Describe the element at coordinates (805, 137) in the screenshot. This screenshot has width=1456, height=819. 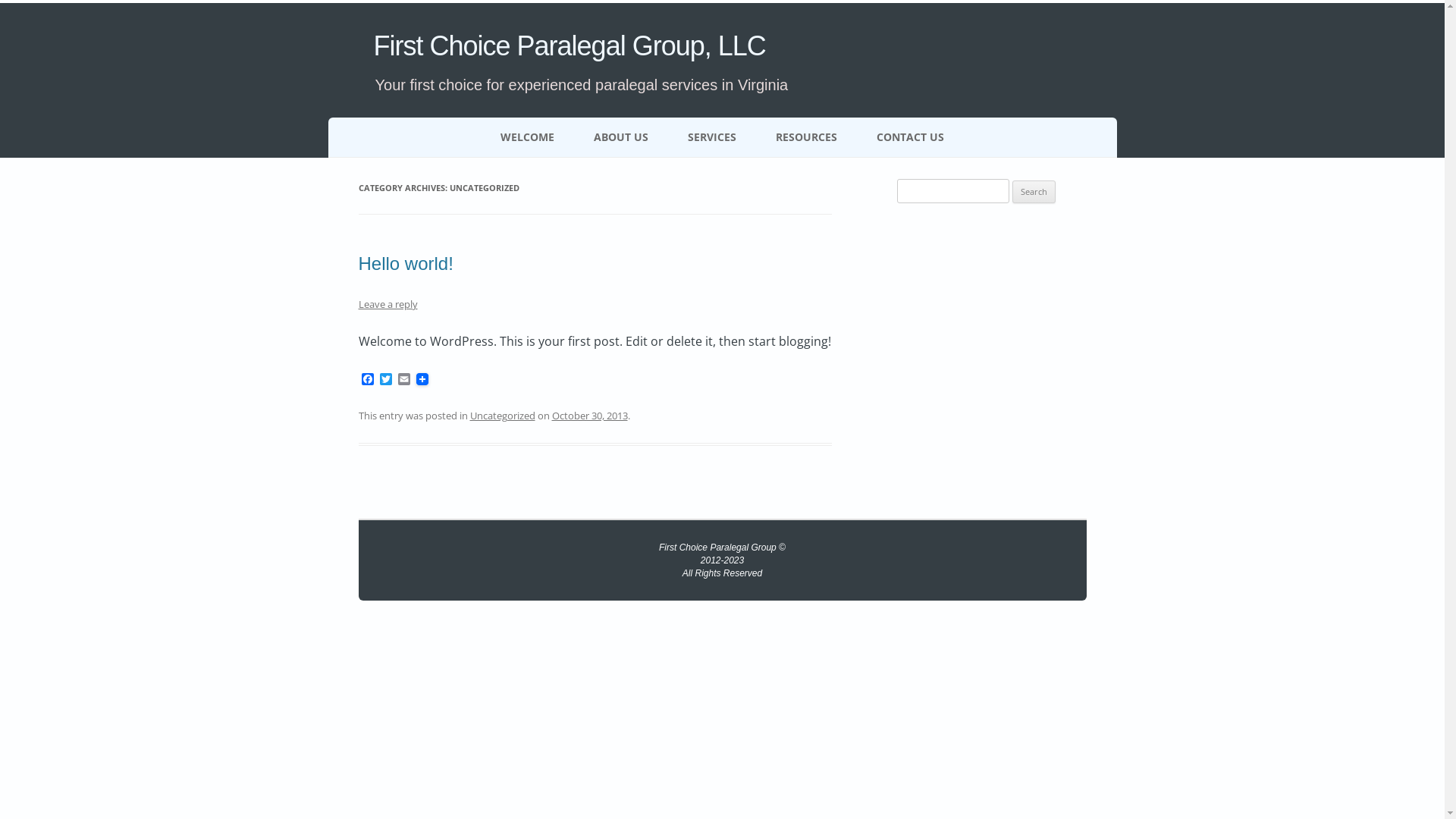
I see `'RESOURCES'` at that location.